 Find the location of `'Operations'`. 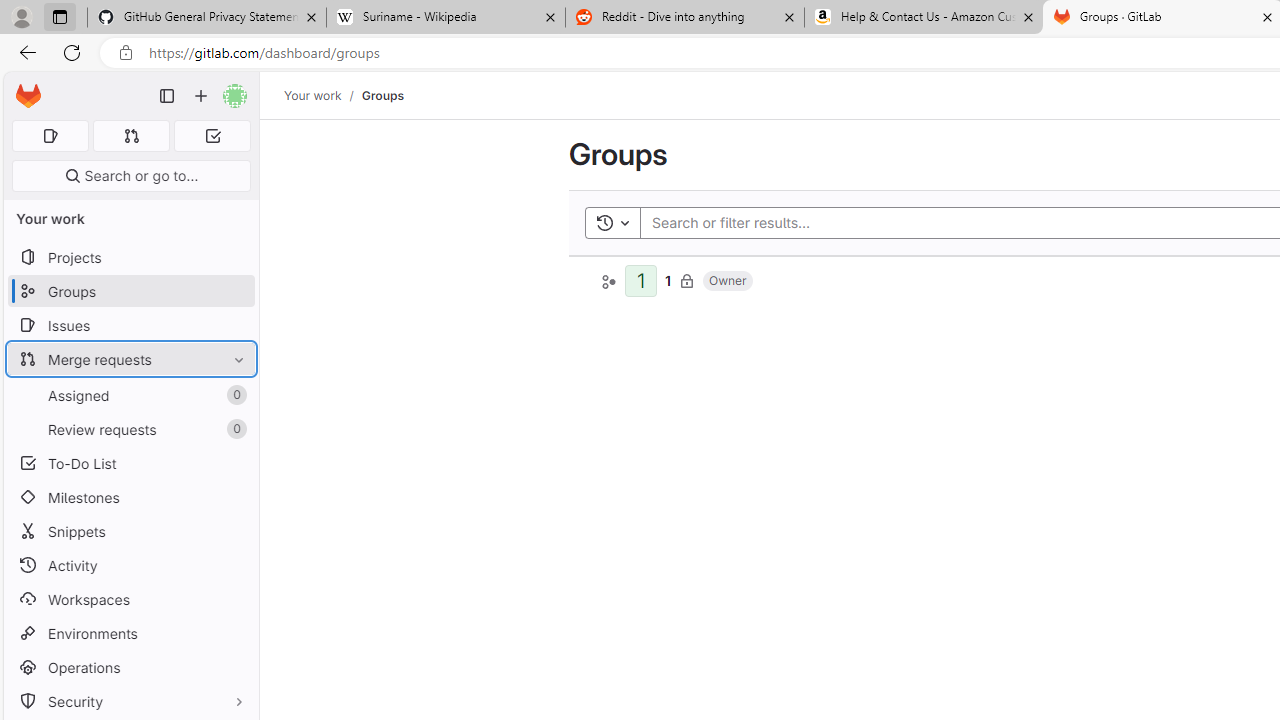

'Operations' is located at coordinates (130, 667).